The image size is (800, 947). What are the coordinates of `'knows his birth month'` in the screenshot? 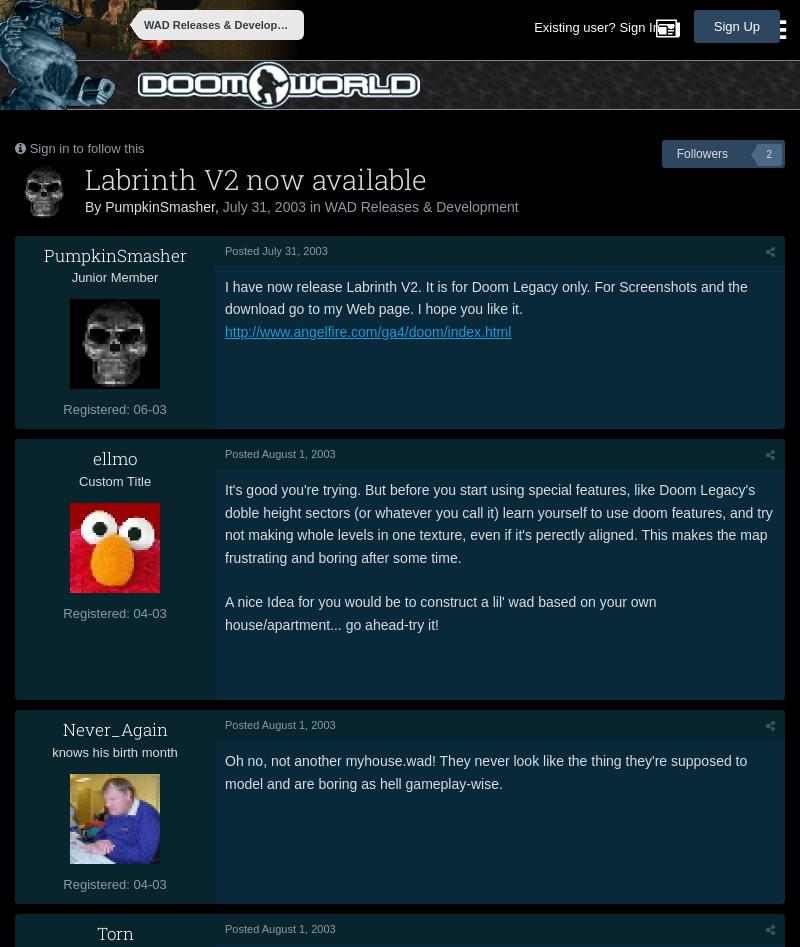 It's located at (113, 750).